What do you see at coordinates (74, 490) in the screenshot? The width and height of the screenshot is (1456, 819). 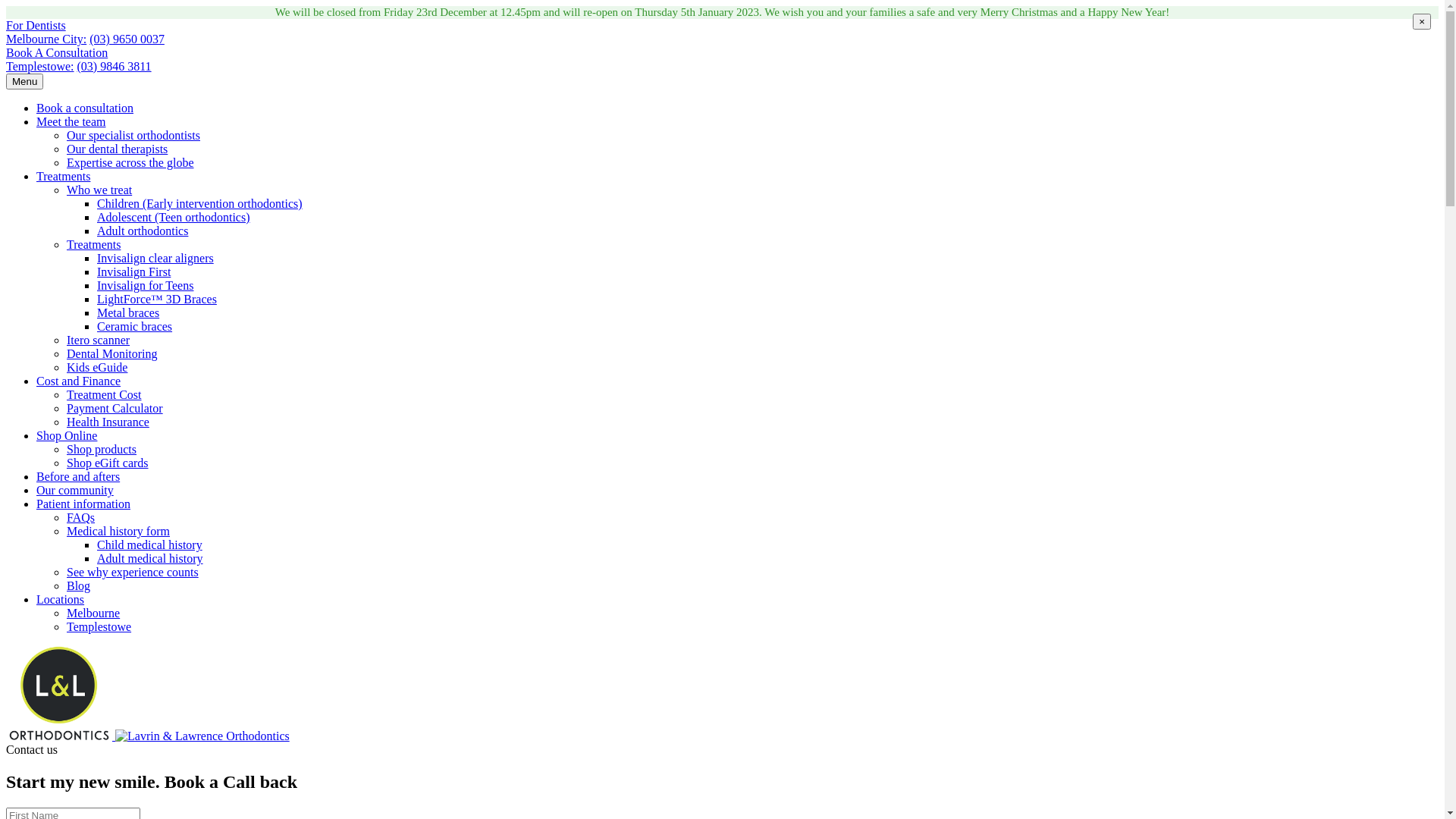 I see `'Our community'` at bounding box center [74, 490].